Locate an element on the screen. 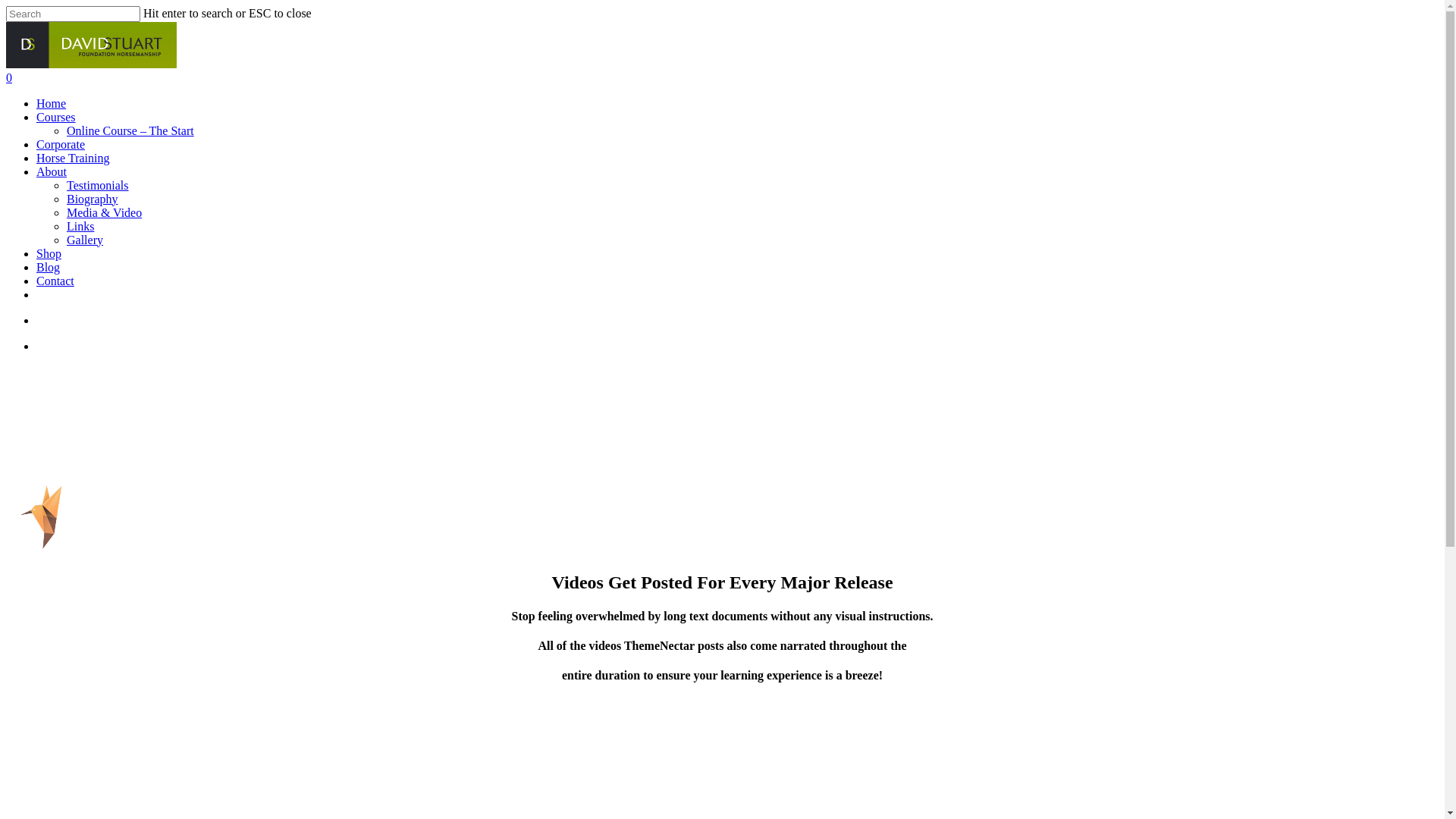 This screenshot has height=819, width=1456. 'Home' is located at coordinates (36, 102).